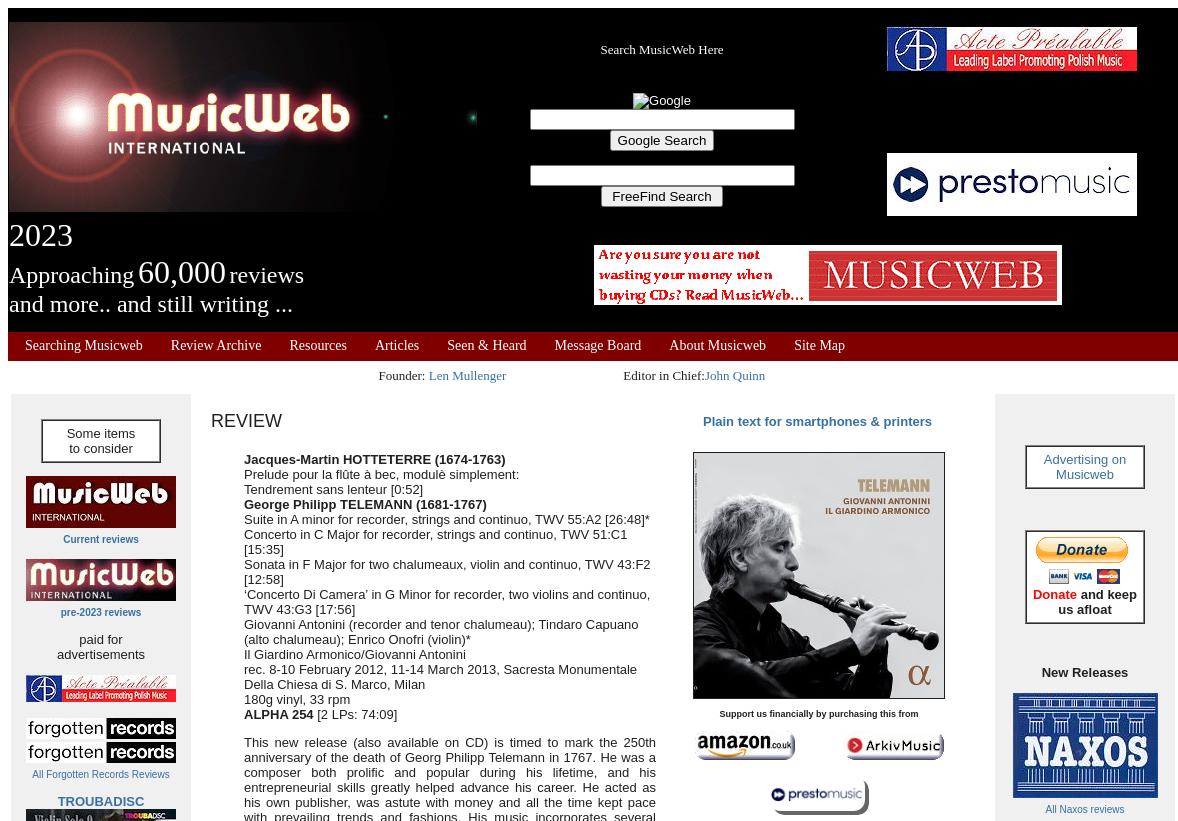 Image resolution: width=1178 pixels, height=821 pixels. What do you see at coordinates (818, 345) in the screenshot?
I see `'Site 
            Map'` at bounding box center [818, 345].